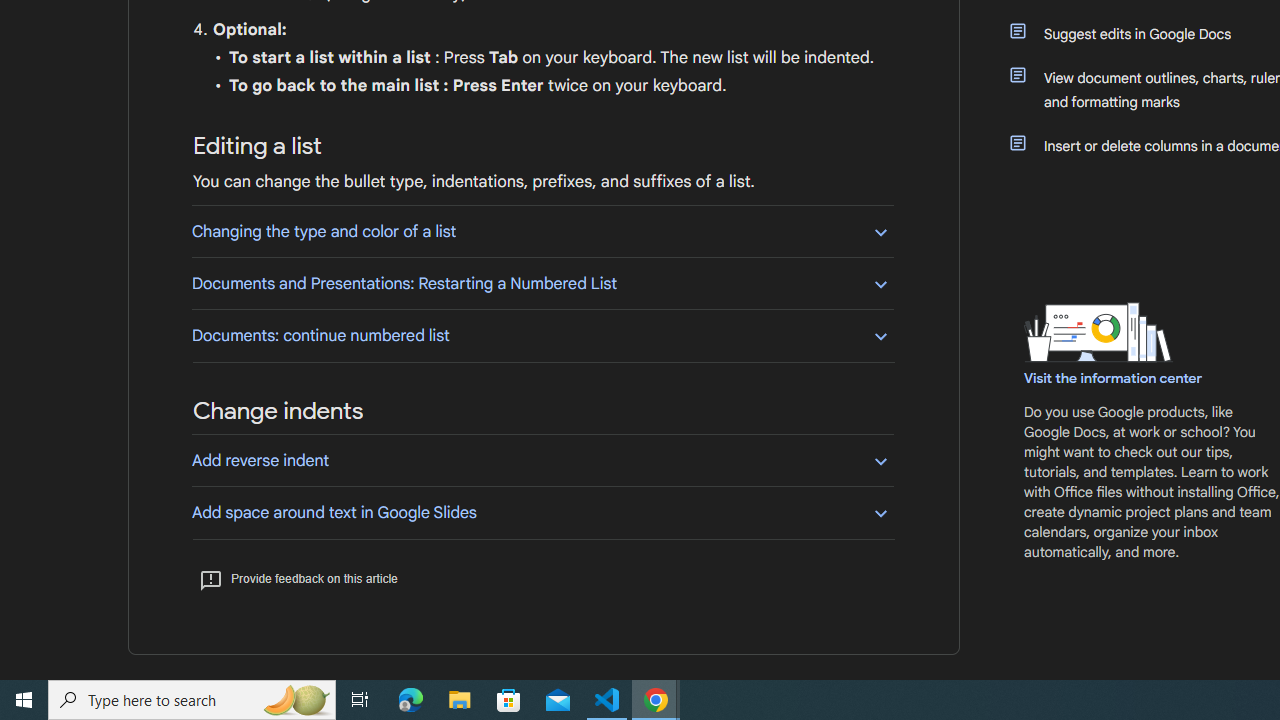  What do you see at coordinates (297, 578) in the screenshot?
I see `'Provide feedback on this article'` at bounding box center [297, 578].